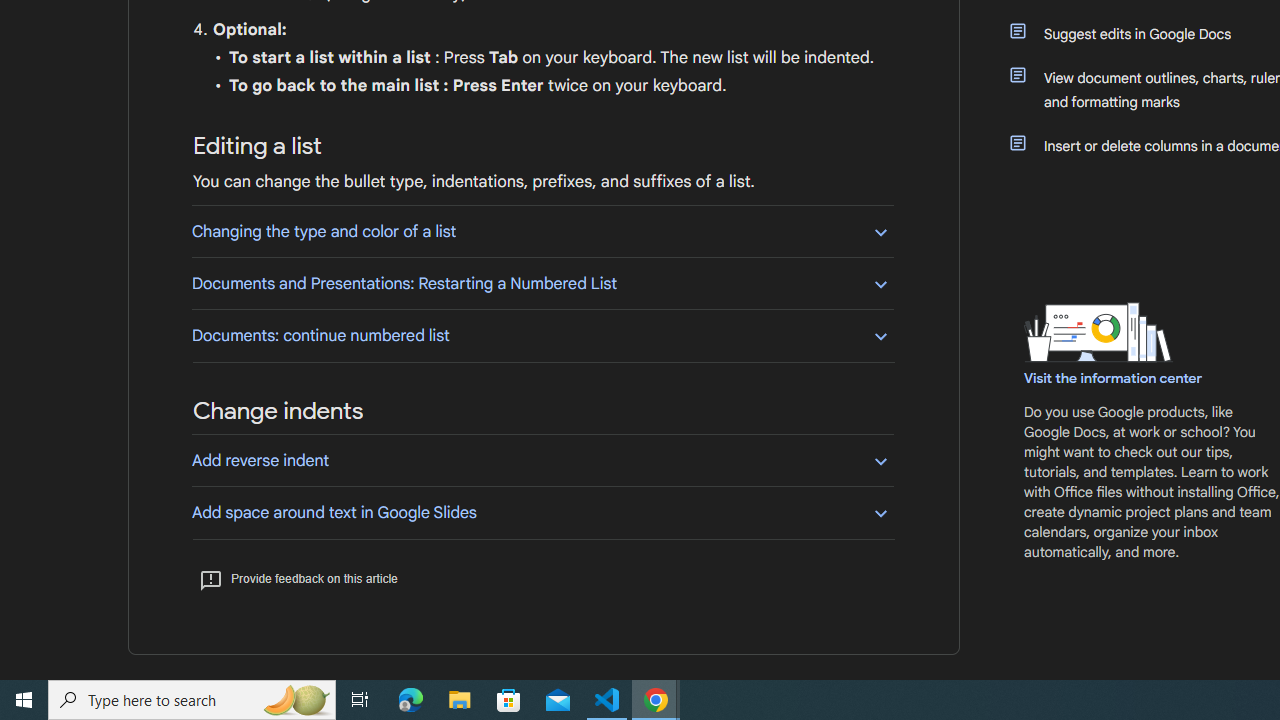  What do you see at coordinates (297, 578) in the screenshot?
I see `'Provide feedback on this article'` at bounding box center [297, 578].